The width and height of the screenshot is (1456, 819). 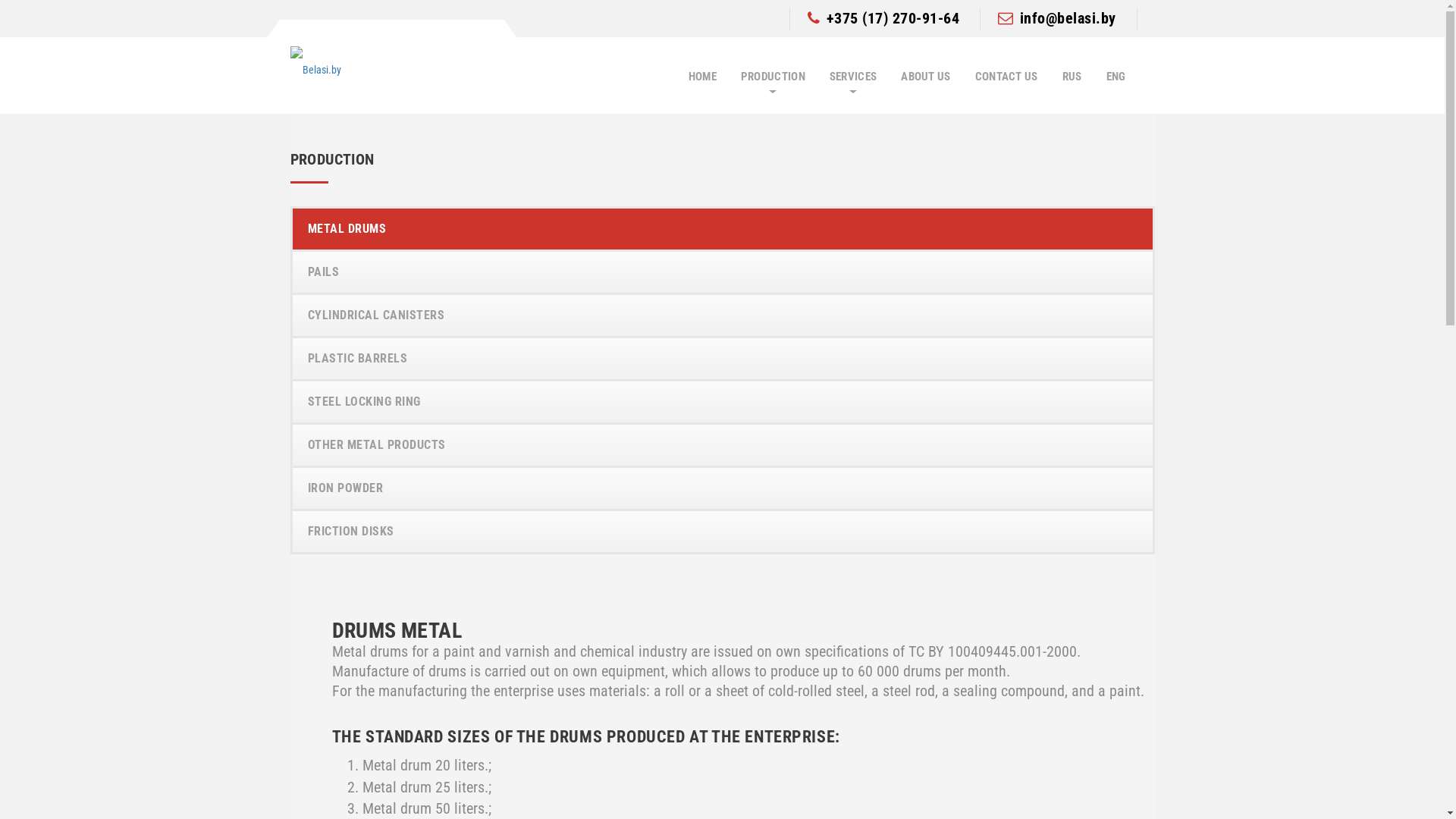 I want to click on 'HOME', so click(x=701, y=77).